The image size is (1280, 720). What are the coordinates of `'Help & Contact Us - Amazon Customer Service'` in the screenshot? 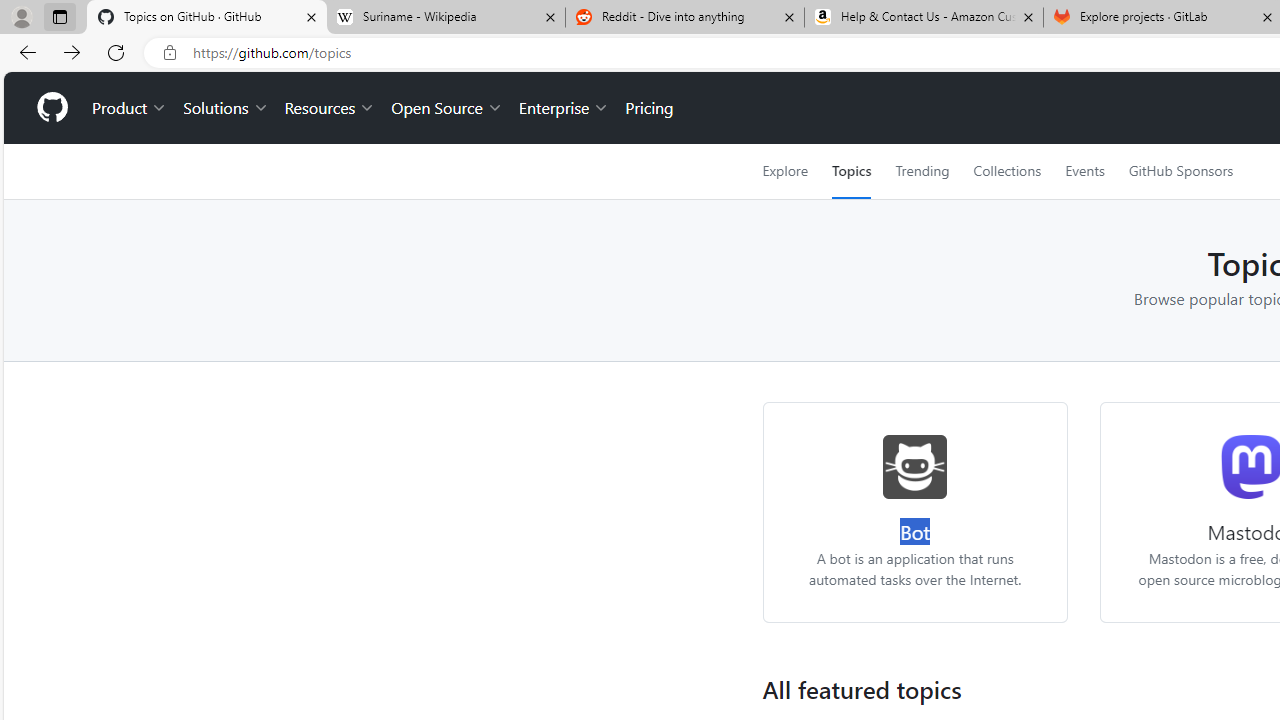 It's located at (923, 17).